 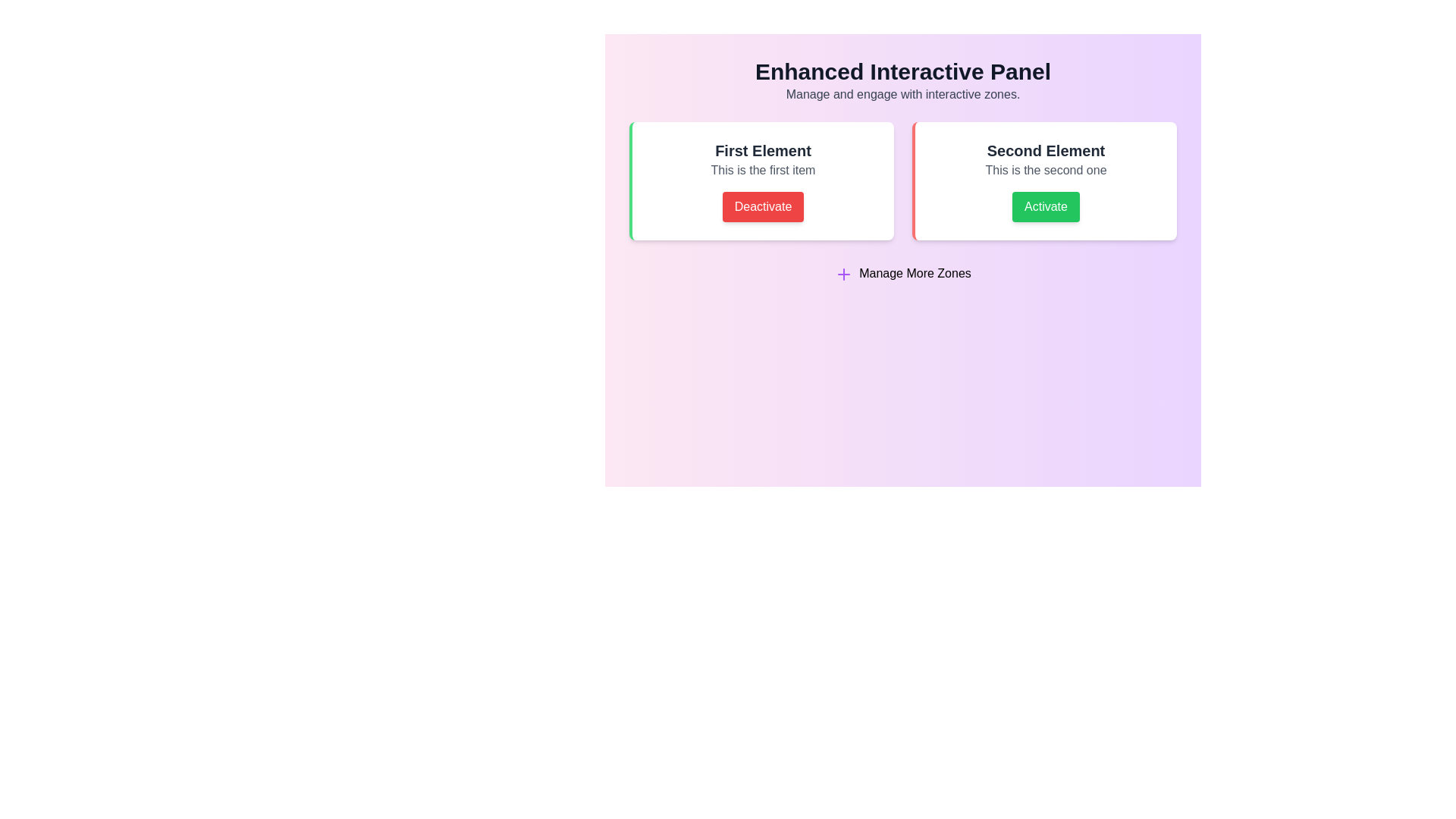 I want to click on the static text label displaying 'First Element', which is prominently placed at the top of its containing card with a dark gray color and bold font, so click(x=763, y=151).